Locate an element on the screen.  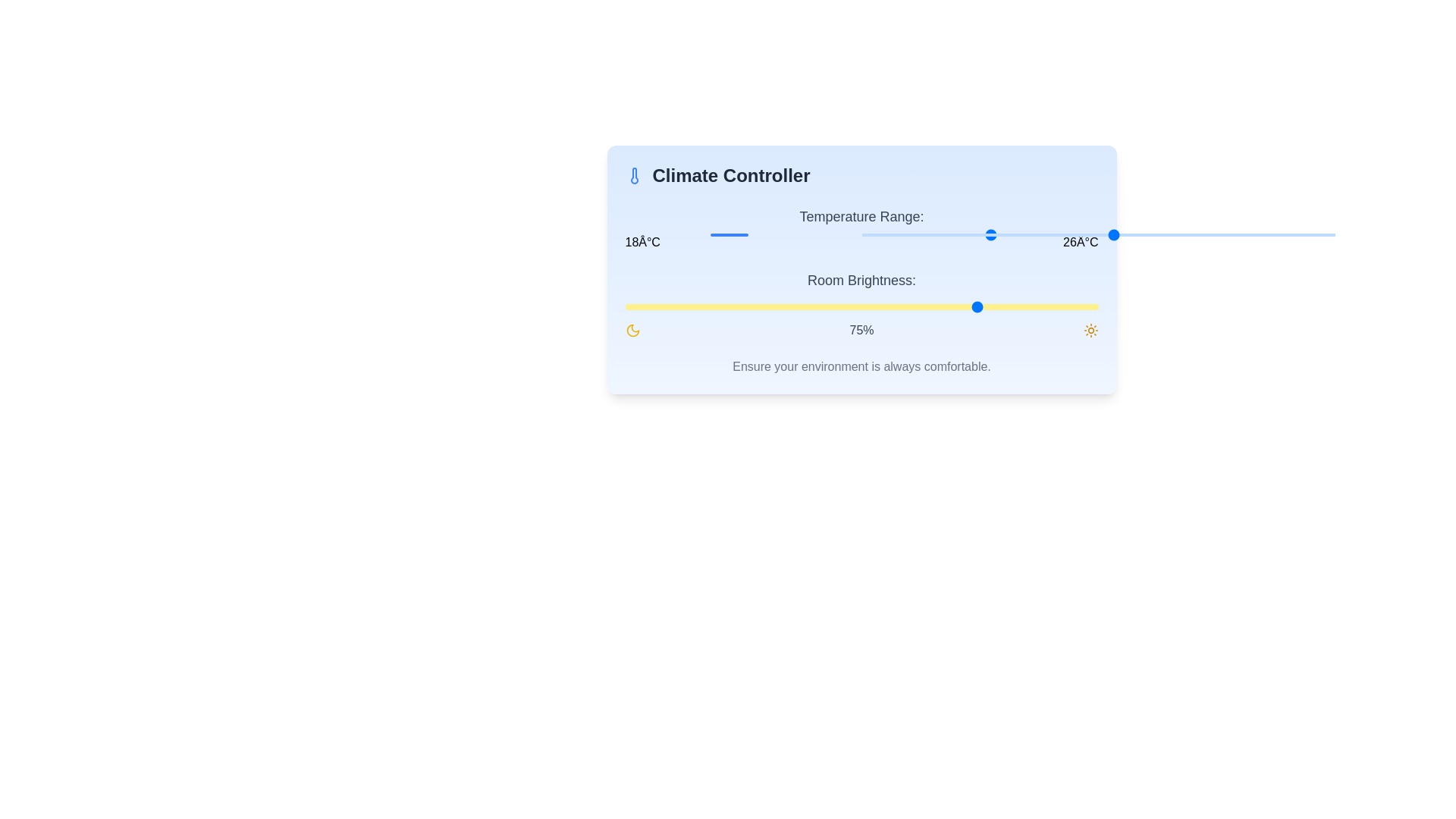
the room brightness is located at coordinates (729, 307).